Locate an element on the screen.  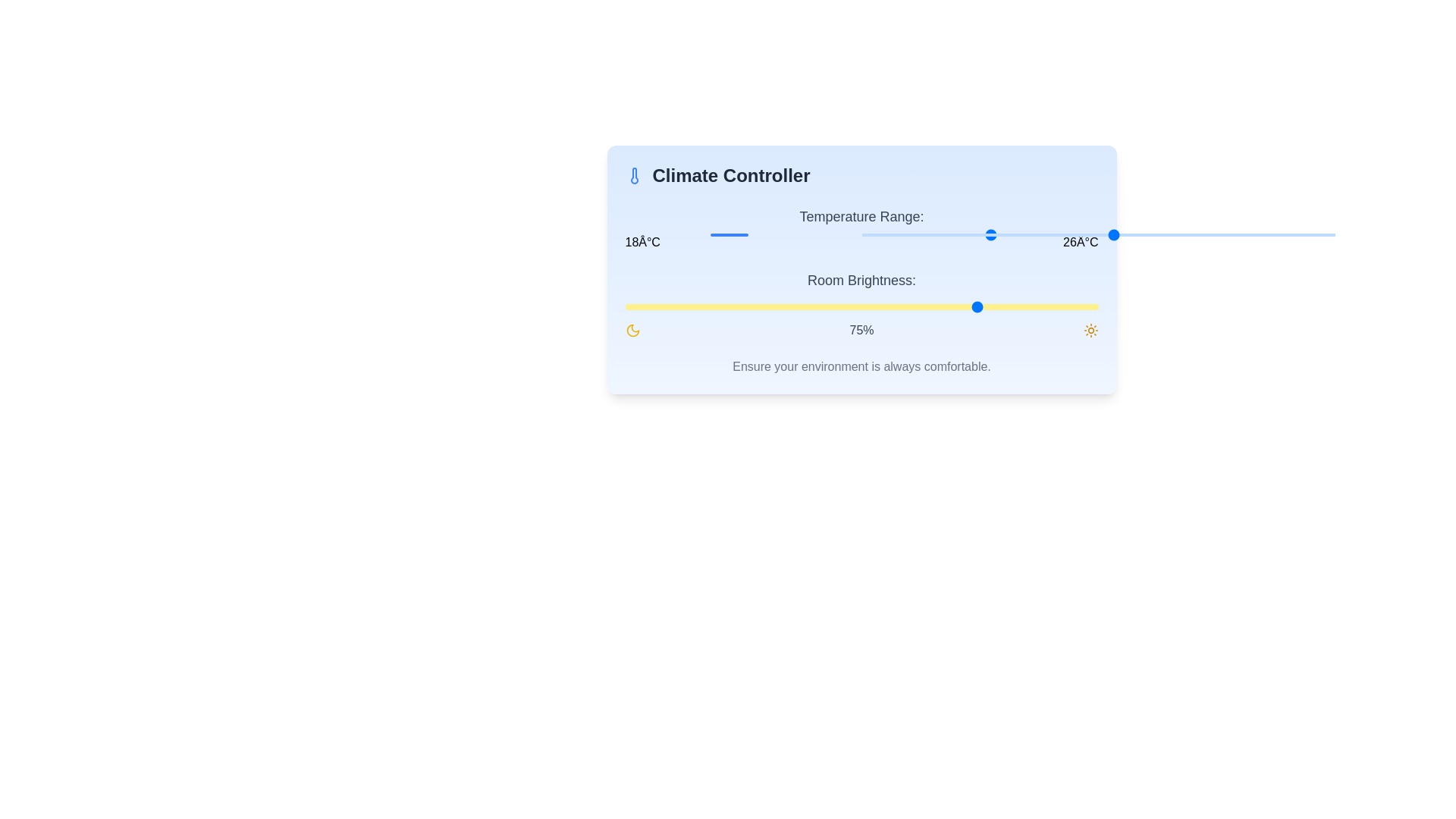
the room brightness is located at coordinates (729, 307).